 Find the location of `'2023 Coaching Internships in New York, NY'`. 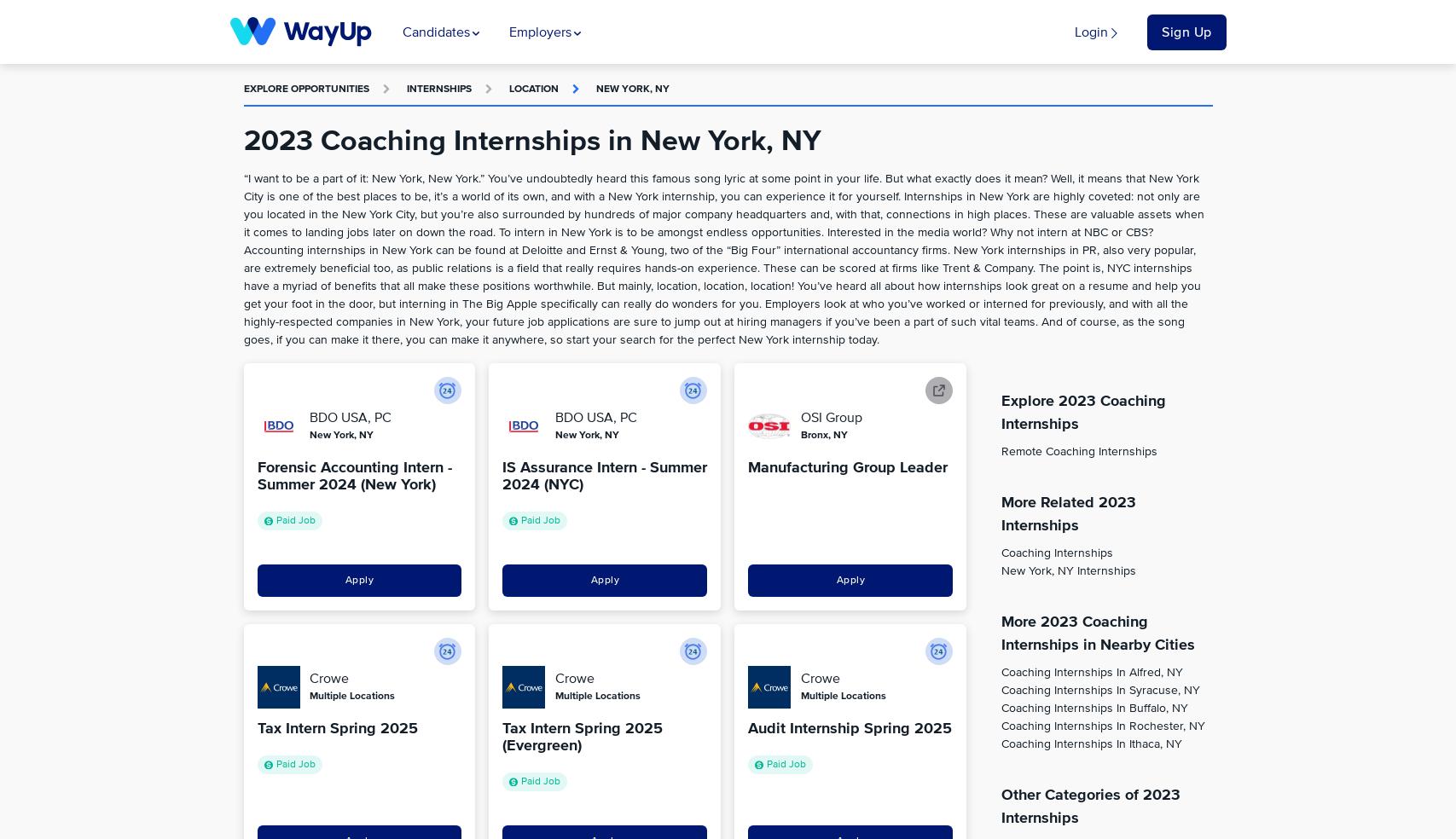

'2023 Coaching Internships in New York, NY' is located at coordinates (243, 142).